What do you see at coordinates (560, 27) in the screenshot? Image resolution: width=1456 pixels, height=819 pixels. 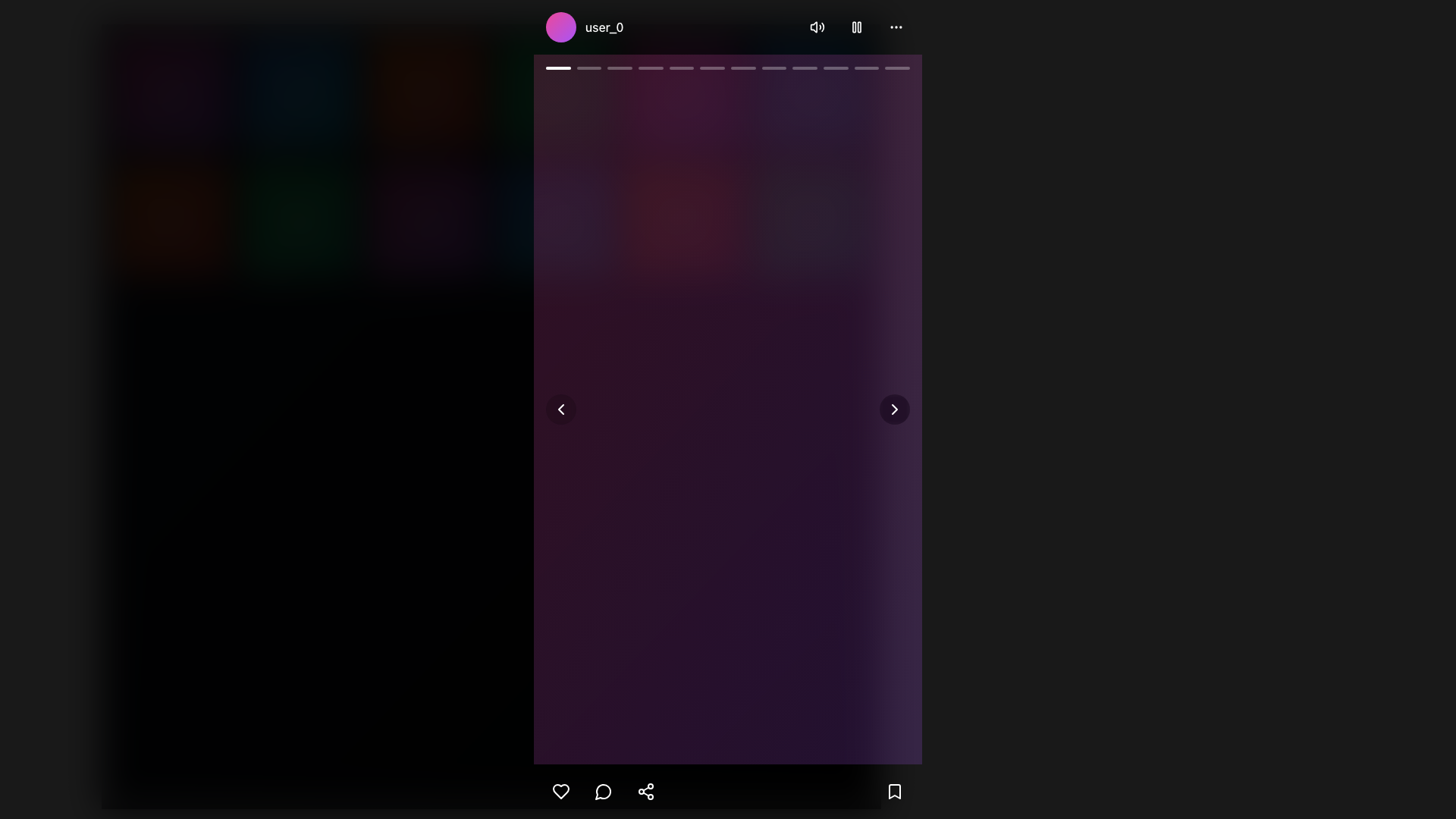 I see `the circular profile picture or avatar element with a gradient color scheme transitioning from pink to purple, located near the username 'user_0'` at bounding box center [560, 27].